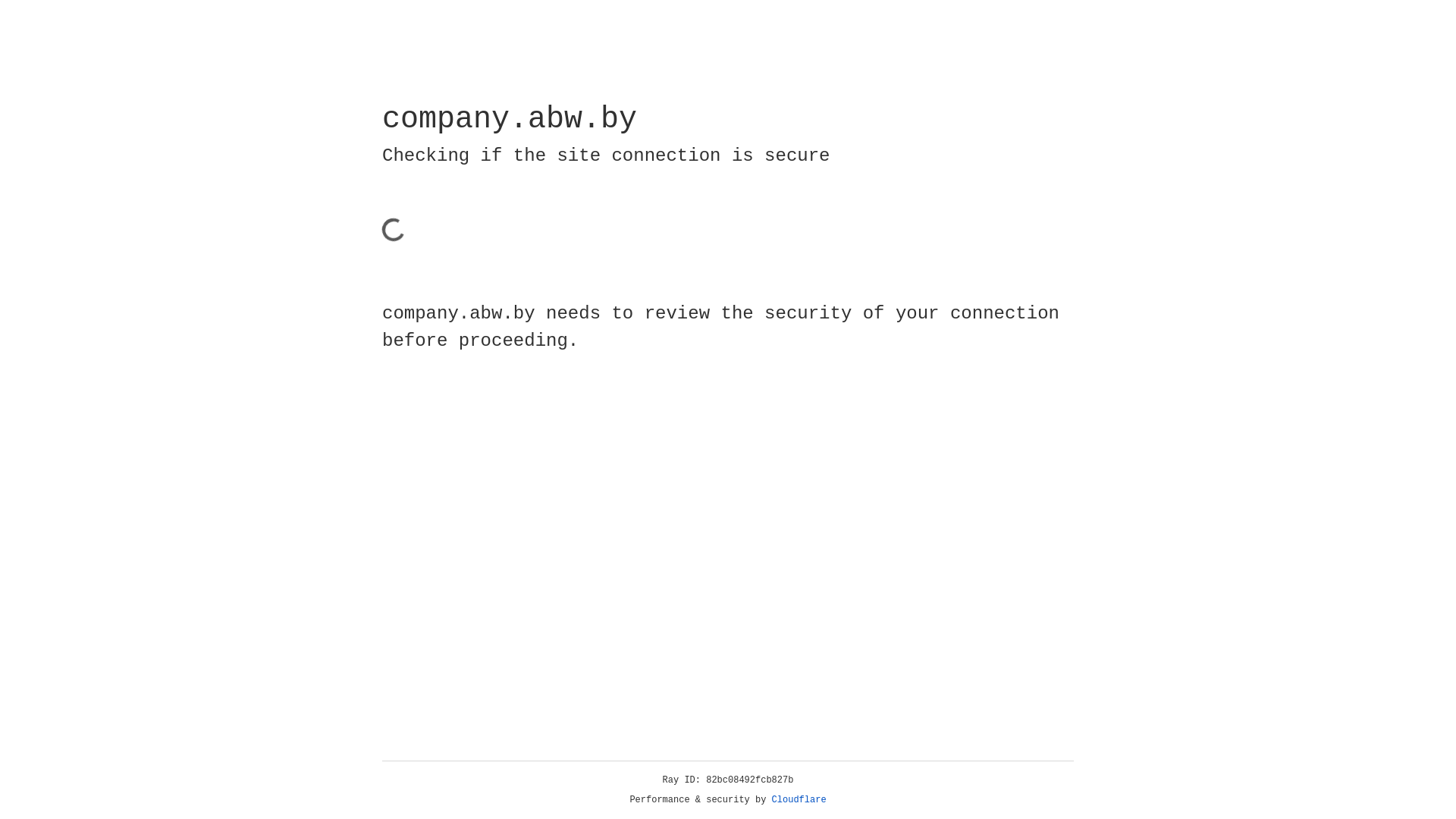 The image size is (1456, 819). I want to click on 'Cloudflare', so click(799, 799).